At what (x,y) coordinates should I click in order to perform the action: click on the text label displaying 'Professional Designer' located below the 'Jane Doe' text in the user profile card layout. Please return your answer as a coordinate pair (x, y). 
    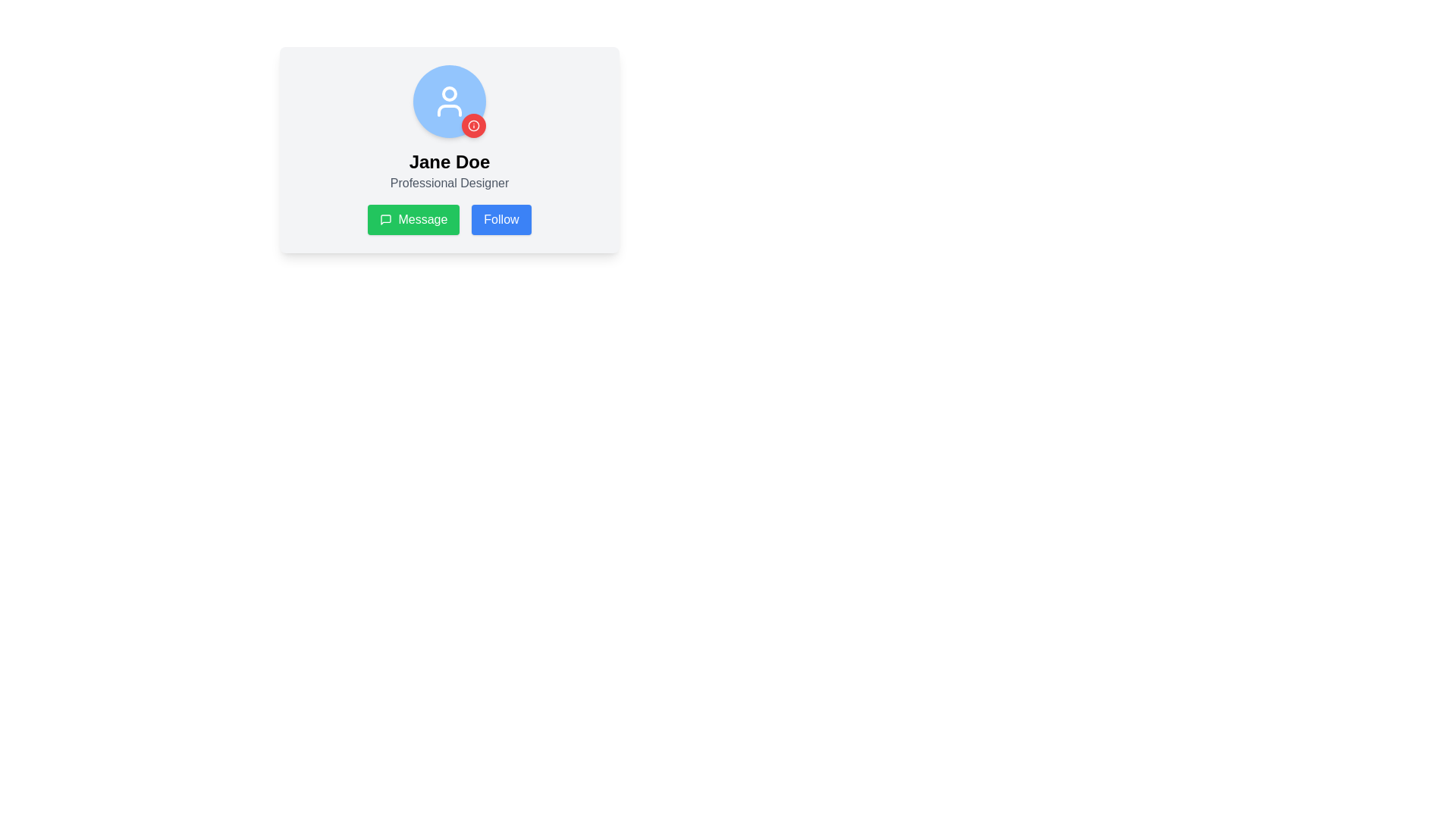
    Looking at the image, I should click on (449, 183).